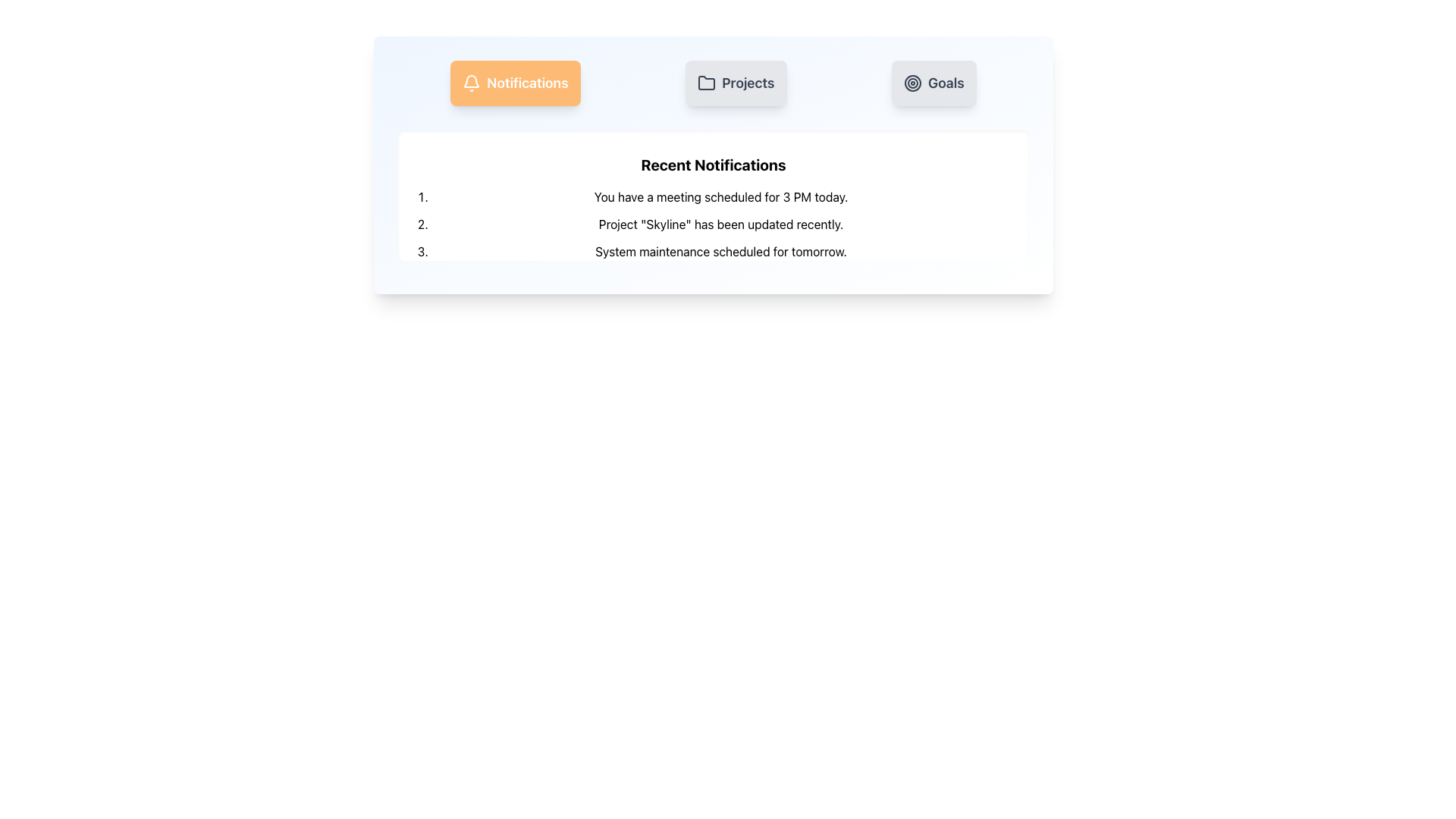 This screenshot has height=819, width=1456. I want to click on the circular target icon located to the left of the 'Goals' label in the top-right section of the interface, so click(912, 83).